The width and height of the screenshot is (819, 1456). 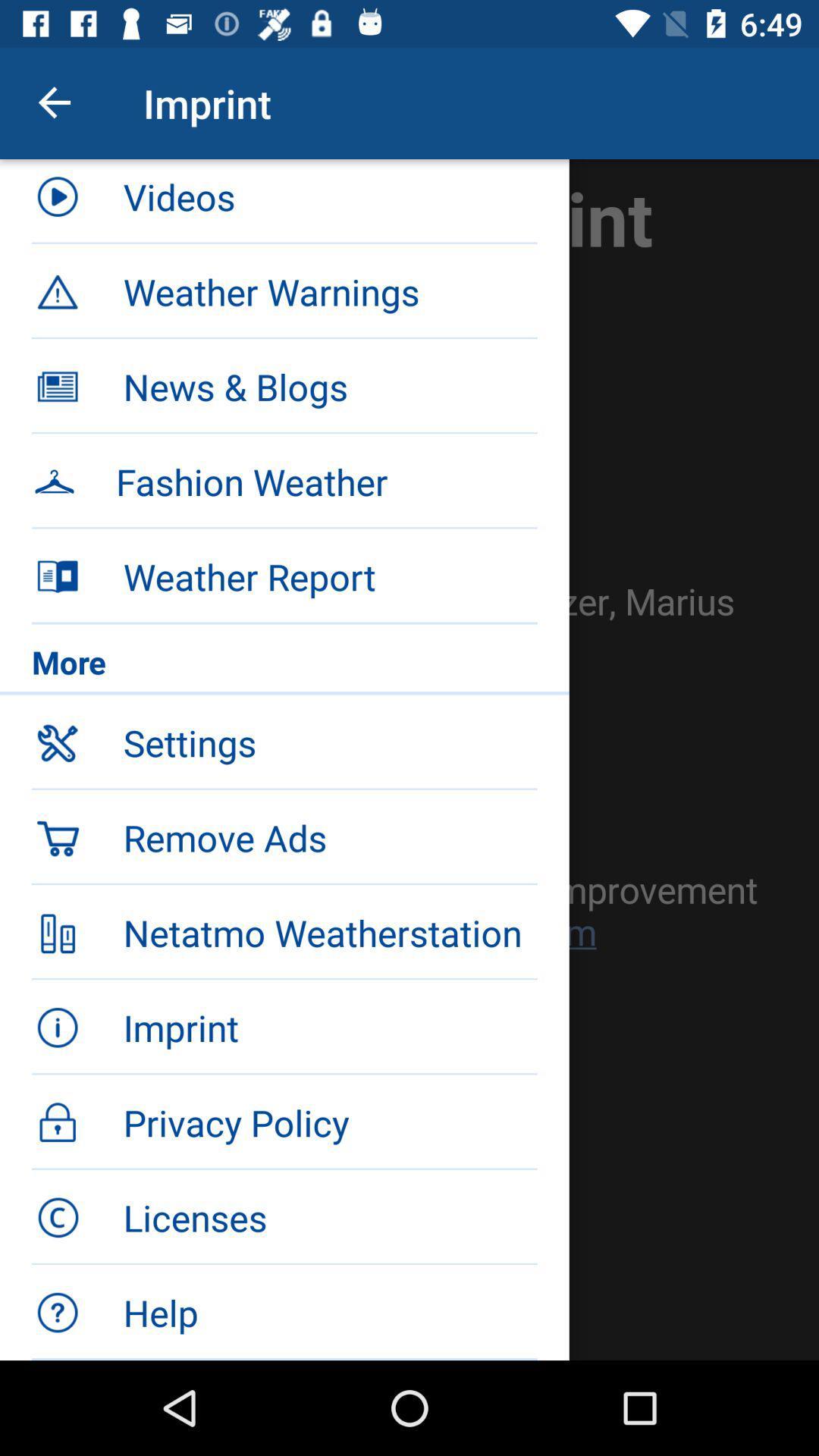 What do you see at coordinates (284, 666) in the screenshot?
I see `item below the weather report icon` at bounding box center [284, 666].